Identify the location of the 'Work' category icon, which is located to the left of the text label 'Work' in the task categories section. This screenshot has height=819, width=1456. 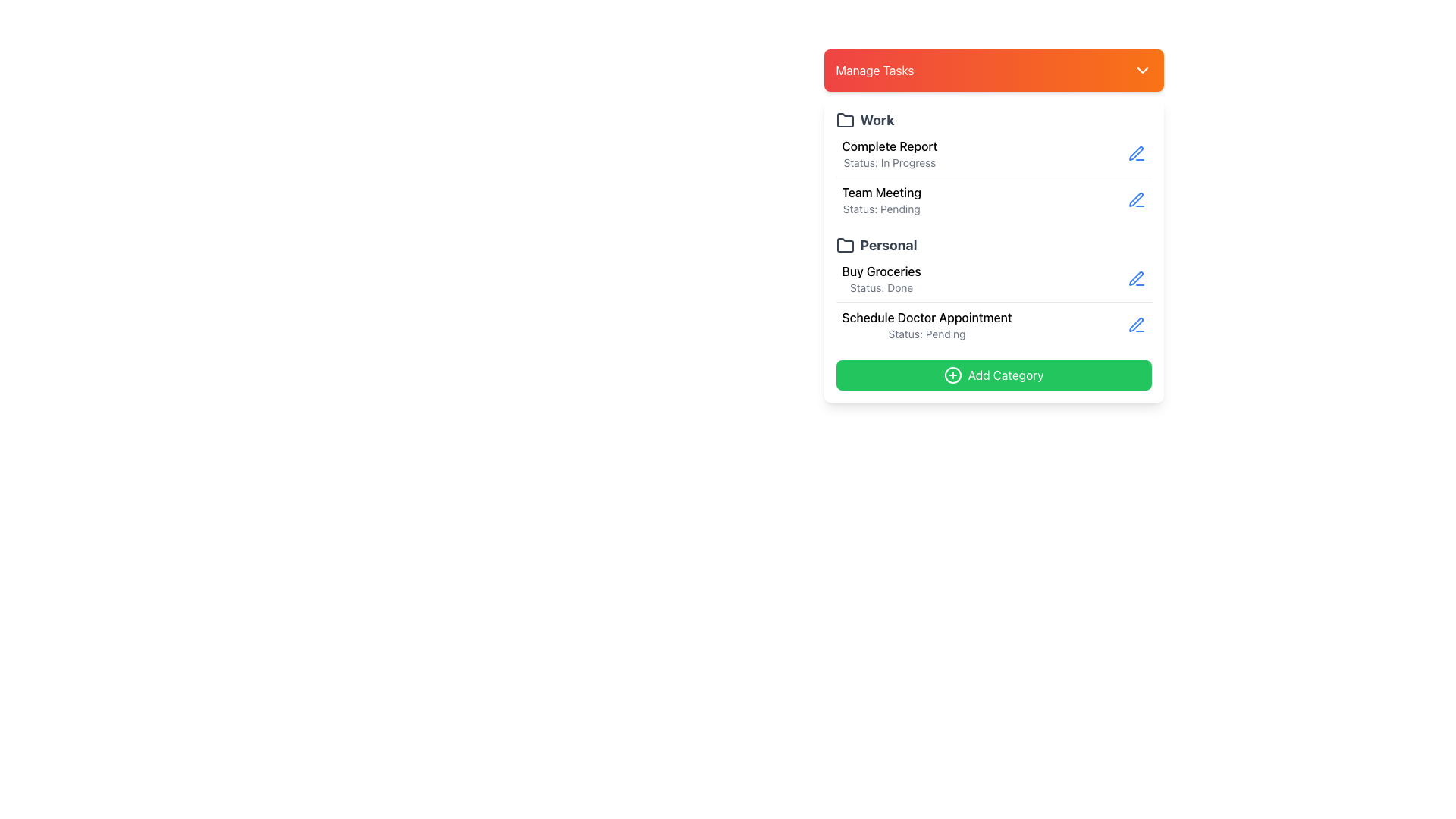
(844, 119).